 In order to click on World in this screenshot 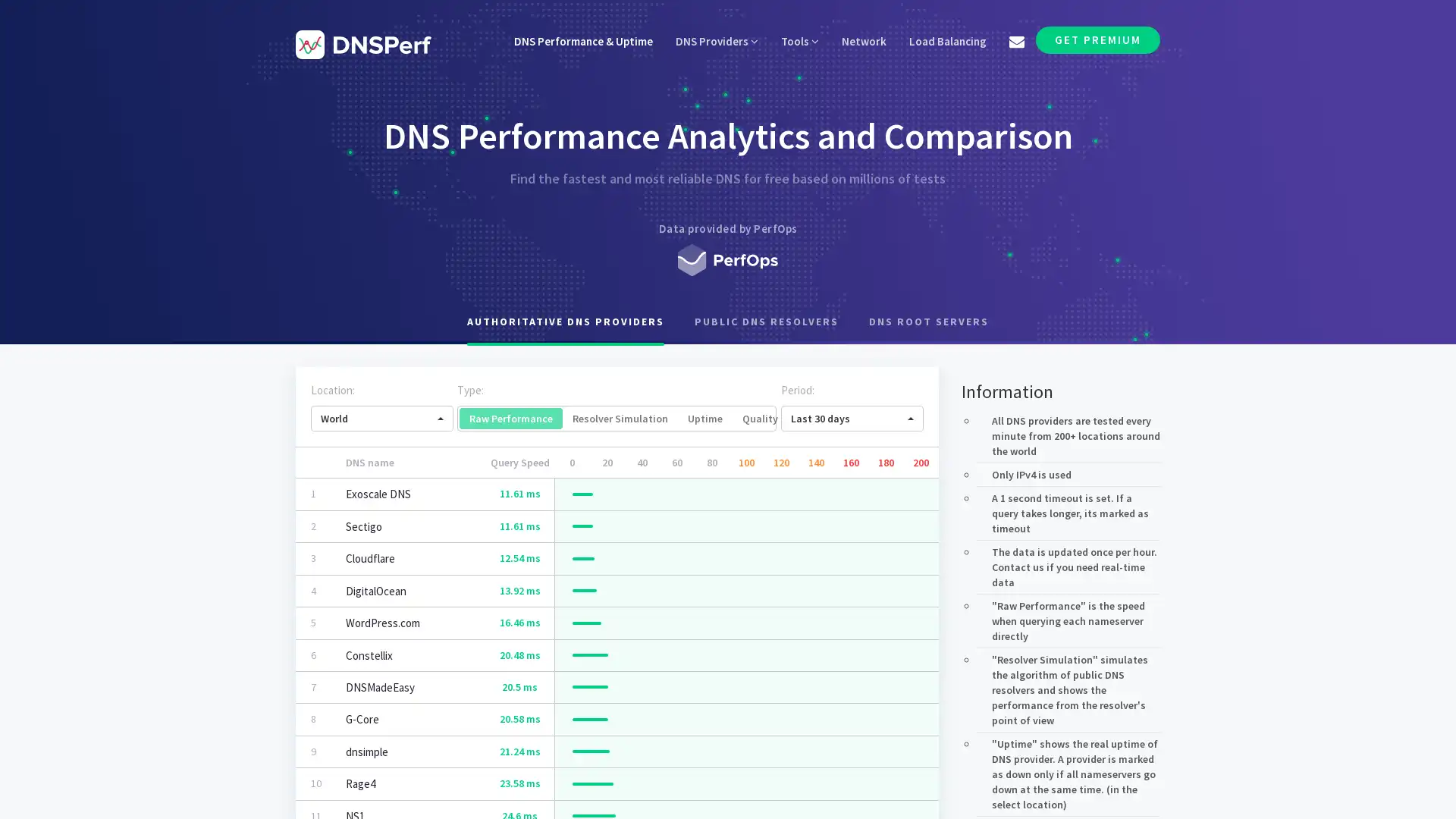, I will do `click(382, 418)`.